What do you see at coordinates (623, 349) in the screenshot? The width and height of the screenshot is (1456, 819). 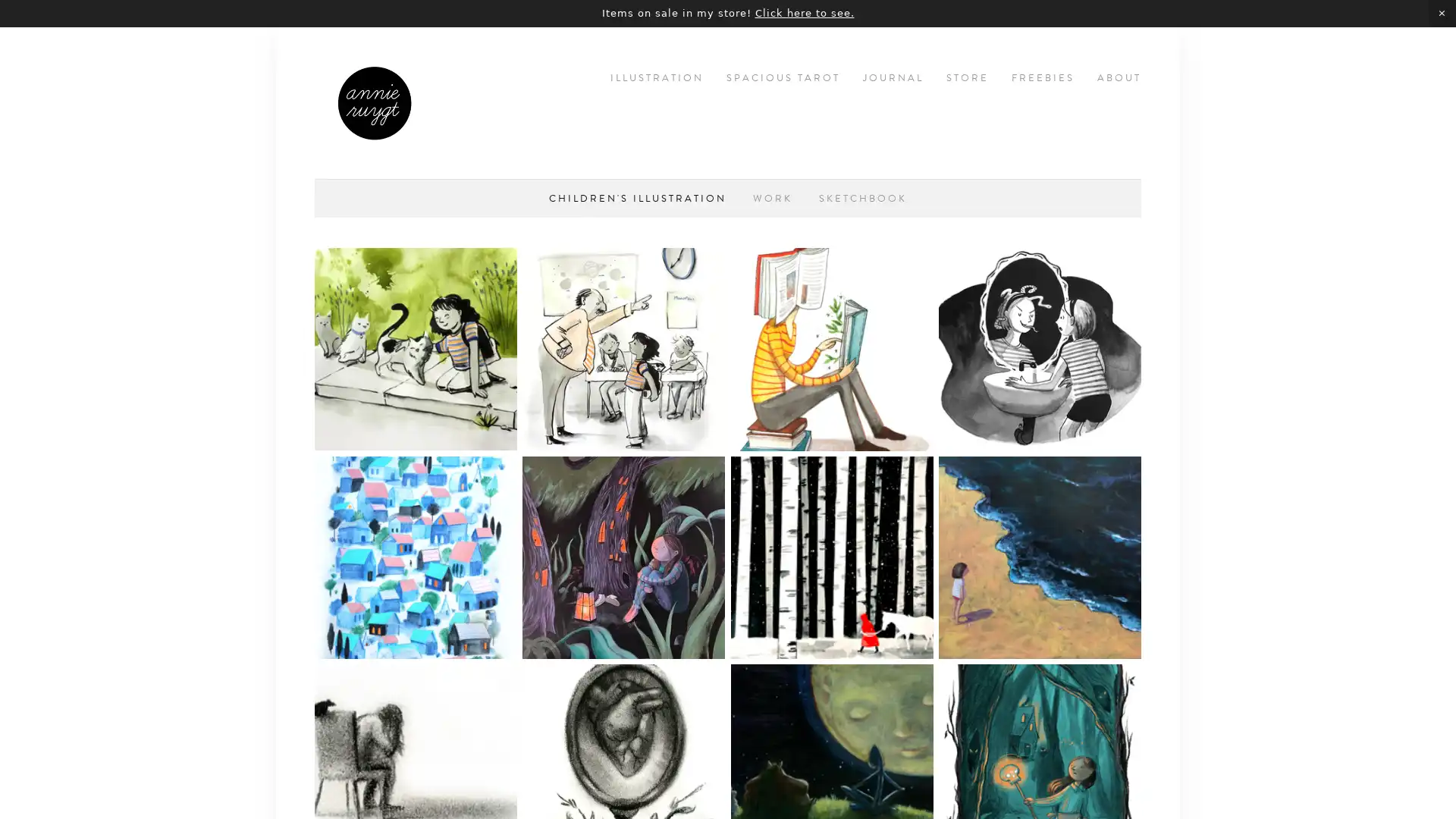 I see `View fullsize cats-at-school.jpg` at bounding box center [623, 349].